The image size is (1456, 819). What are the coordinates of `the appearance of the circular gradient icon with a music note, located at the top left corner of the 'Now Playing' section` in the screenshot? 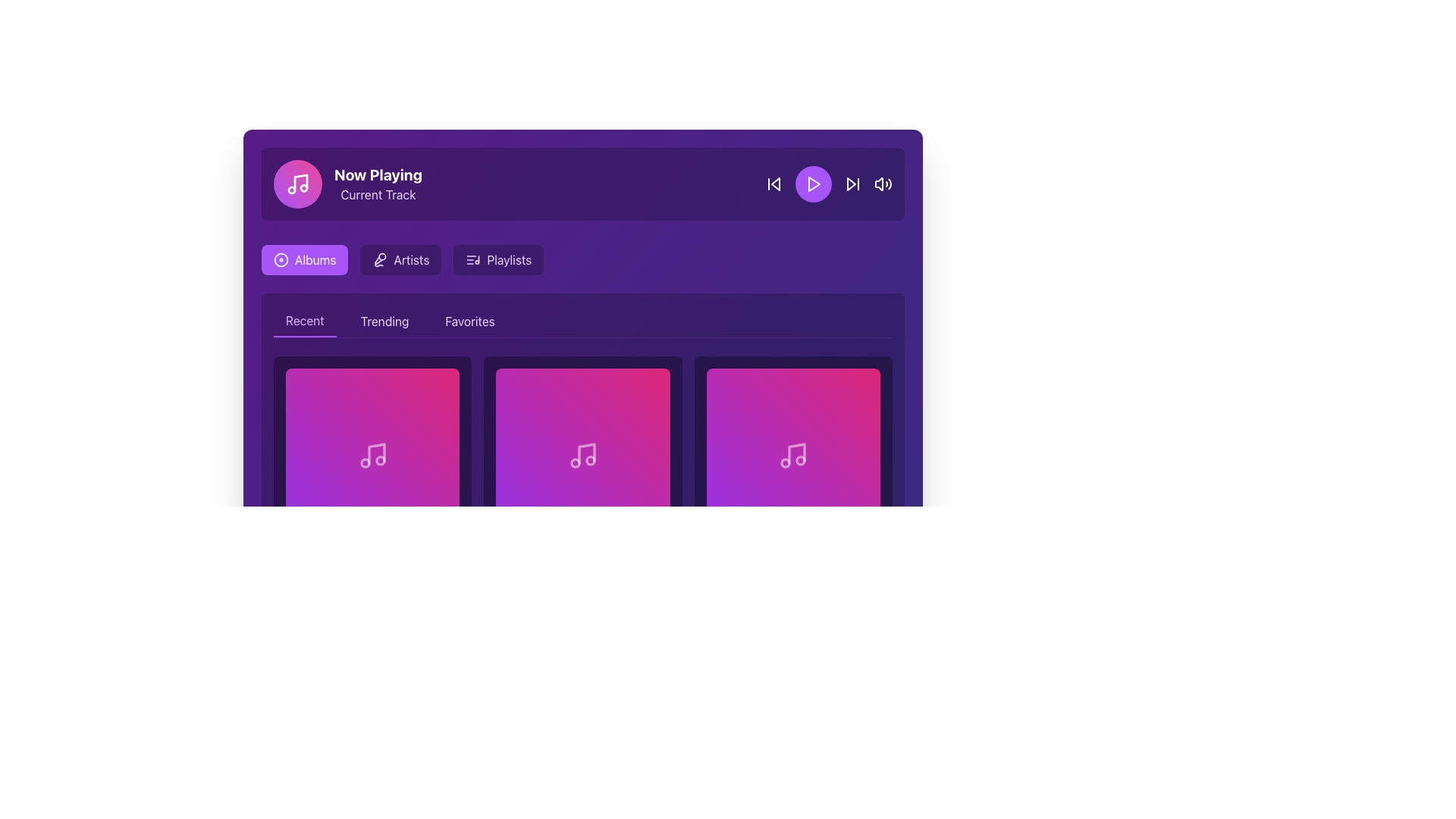 It's located at (298, 184).